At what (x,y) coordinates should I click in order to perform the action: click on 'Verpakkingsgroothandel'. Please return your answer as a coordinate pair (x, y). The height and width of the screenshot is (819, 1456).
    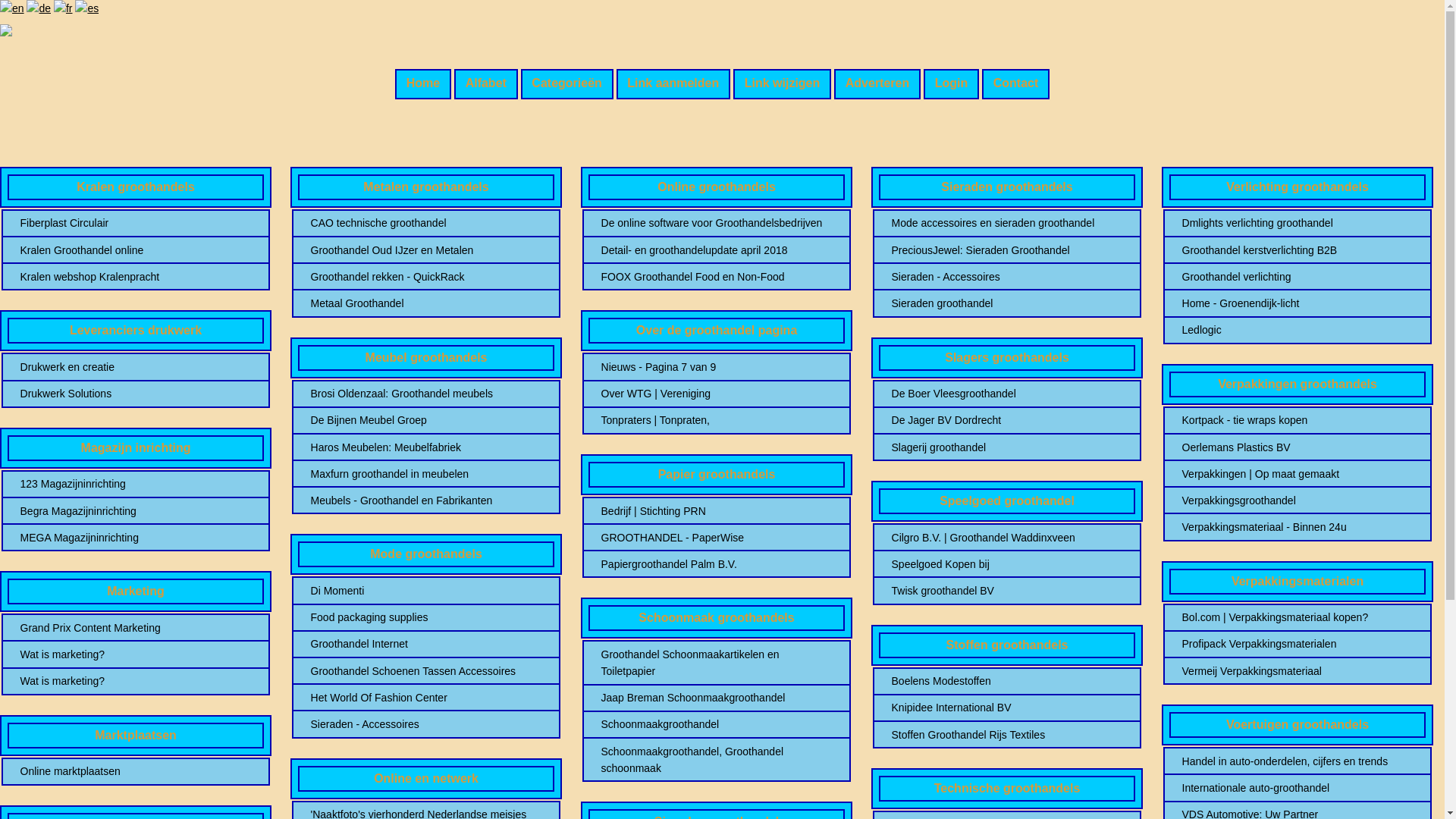
    Looking at the image, I should click on (1297, 500).